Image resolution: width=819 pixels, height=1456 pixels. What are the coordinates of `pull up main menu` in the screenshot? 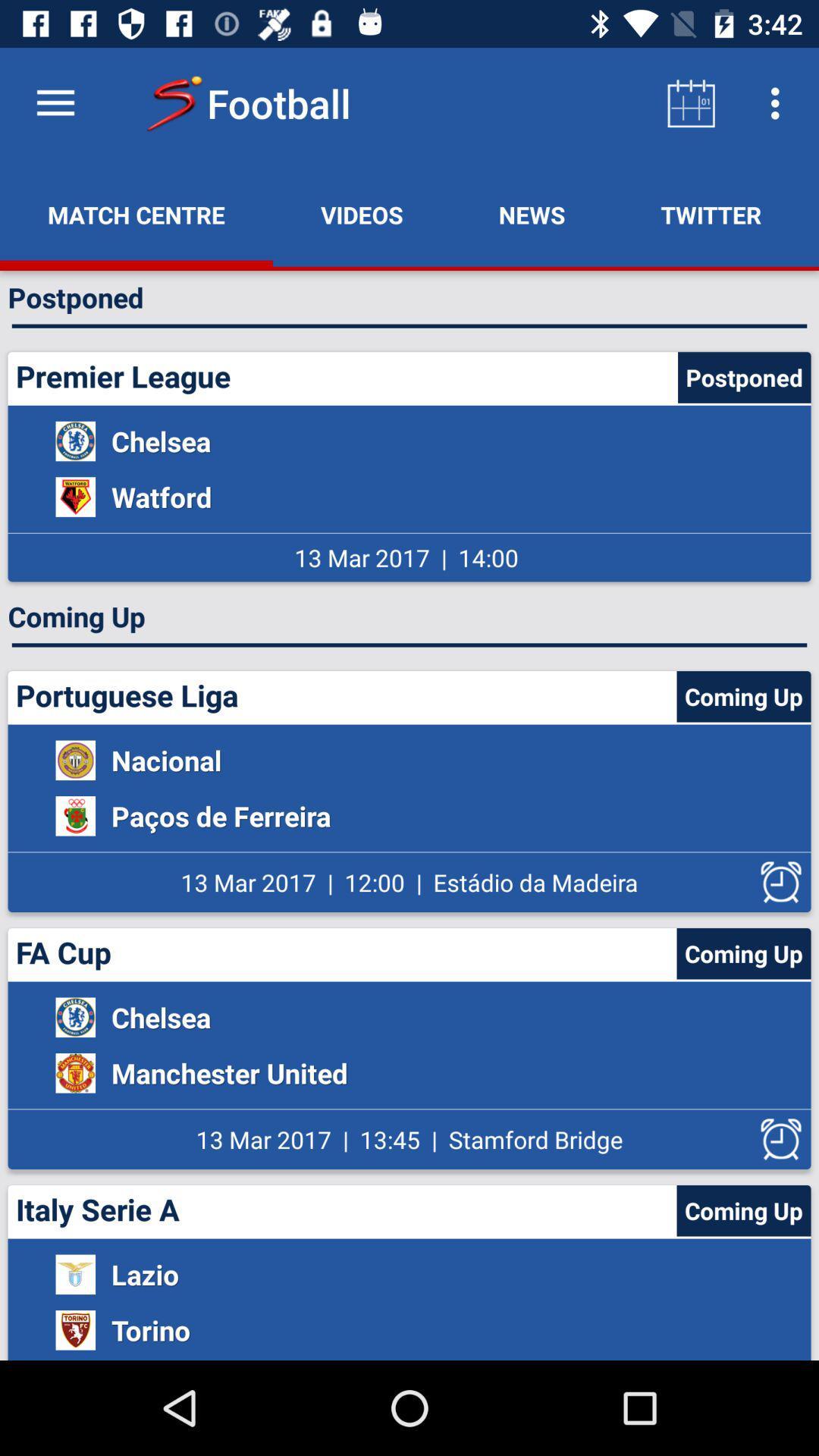 It's located at (55, 102).